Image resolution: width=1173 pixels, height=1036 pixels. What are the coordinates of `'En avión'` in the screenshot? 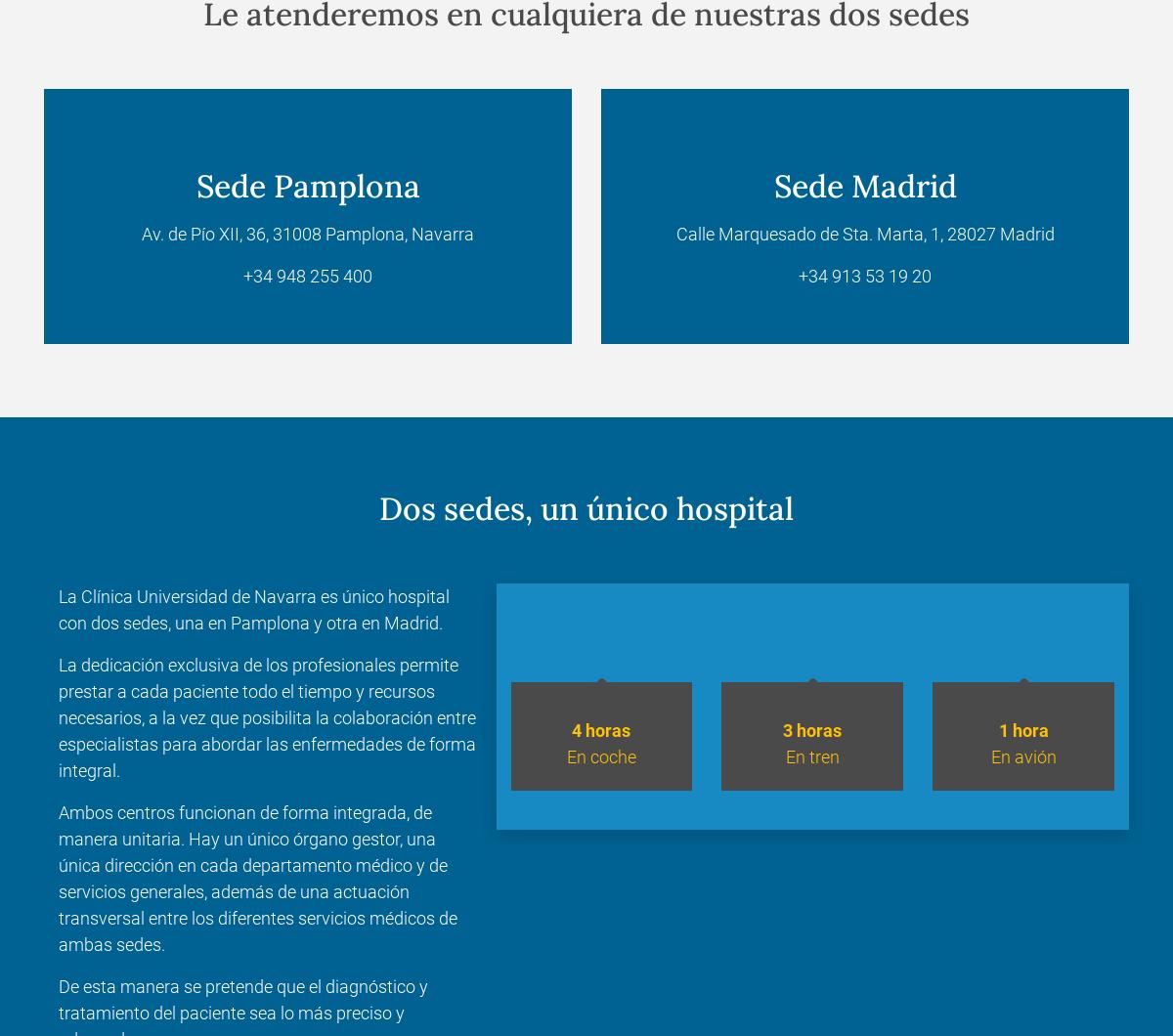 It's located at (1022, 755).